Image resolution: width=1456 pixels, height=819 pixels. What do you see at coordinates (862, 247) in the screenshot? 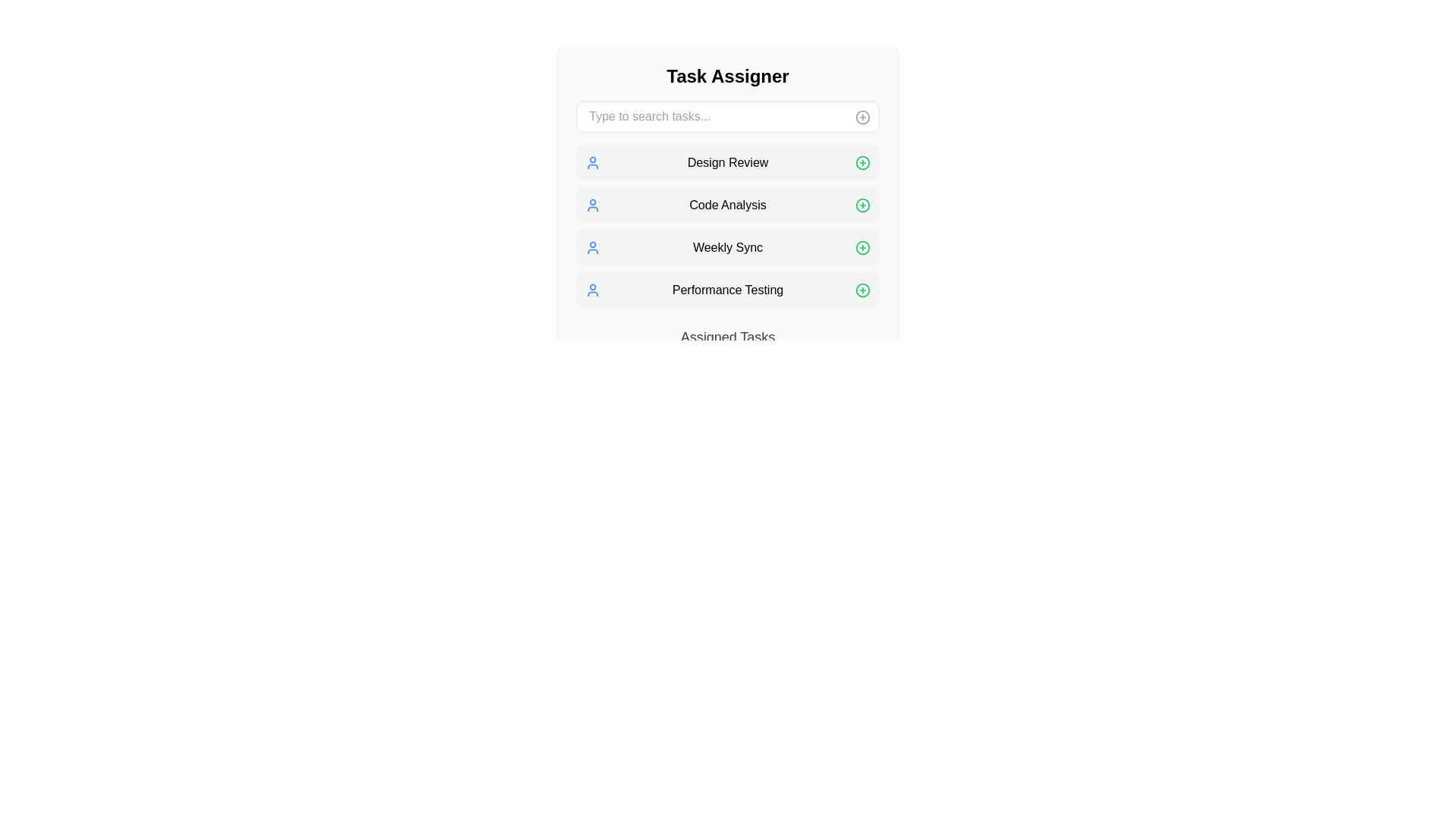
I see `the interactive icon located at the far right of the 'Weekly Sync' list item` at bounding box center [862, 247].